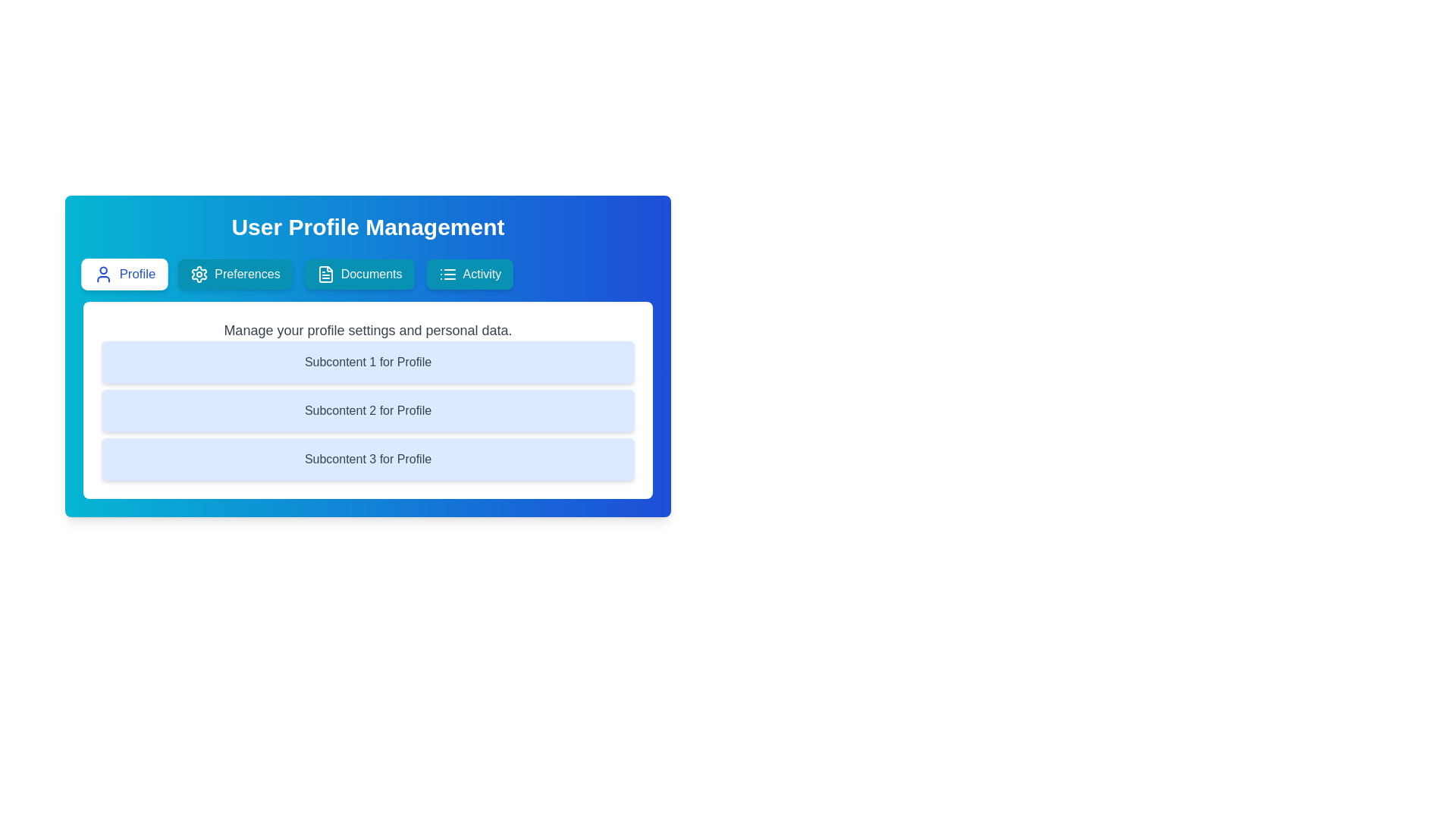 The height and width of the screenshot is (819, 1456). What do you see at coordinates (469, 275) in the screenshot?
I see `the 'Activity' button styled with rounded edges and a cyan background to switch to the 'Activity' section in the User Profile Management tab list` at bounding box center [469, 275].